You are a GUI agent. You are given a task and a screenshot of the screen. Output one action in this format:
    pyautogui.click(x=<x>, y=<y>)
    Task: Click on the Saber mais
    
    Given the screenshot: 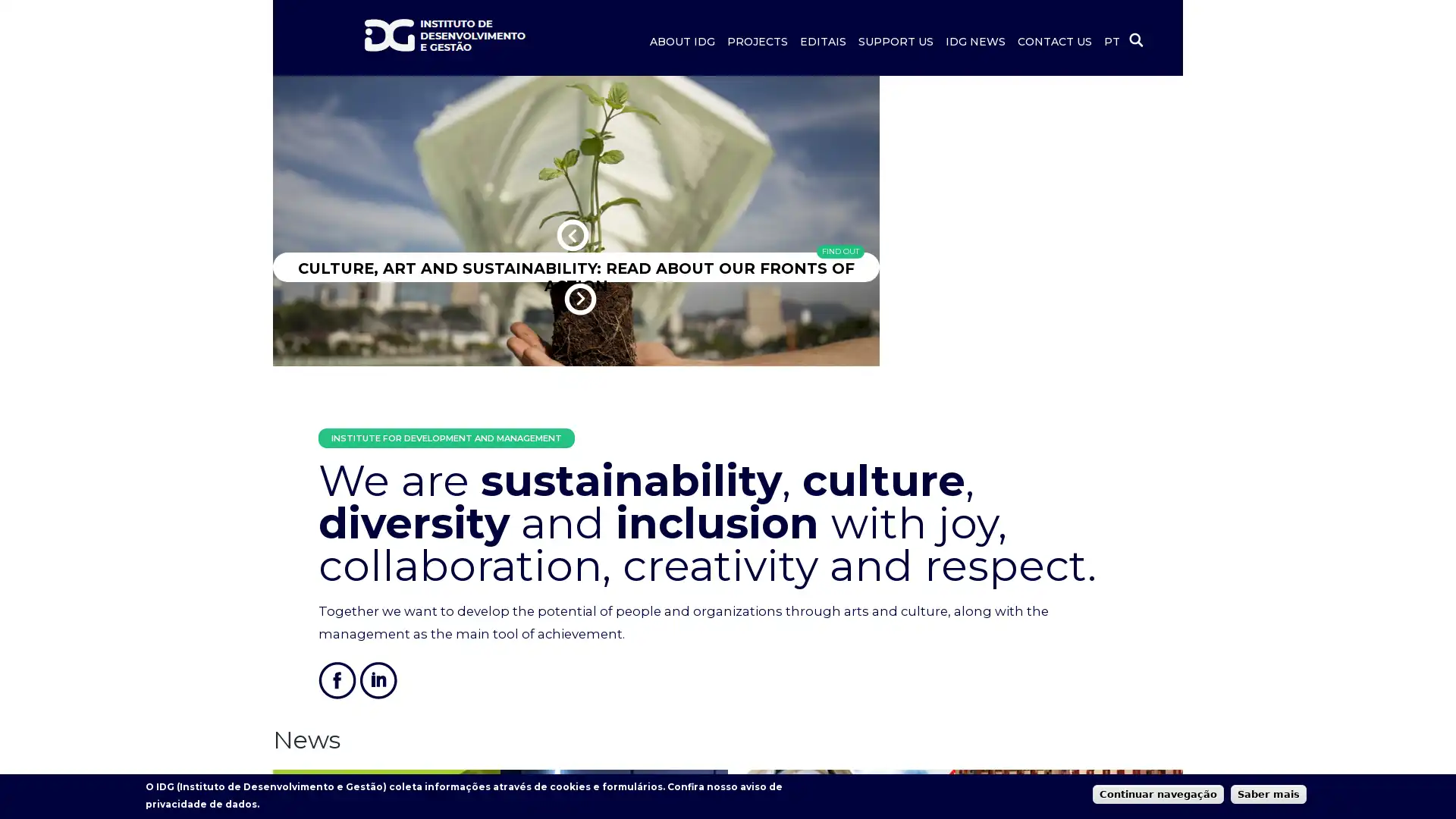 What is the action you would take?
    pyautogui.click(x=1269, y=792)
    